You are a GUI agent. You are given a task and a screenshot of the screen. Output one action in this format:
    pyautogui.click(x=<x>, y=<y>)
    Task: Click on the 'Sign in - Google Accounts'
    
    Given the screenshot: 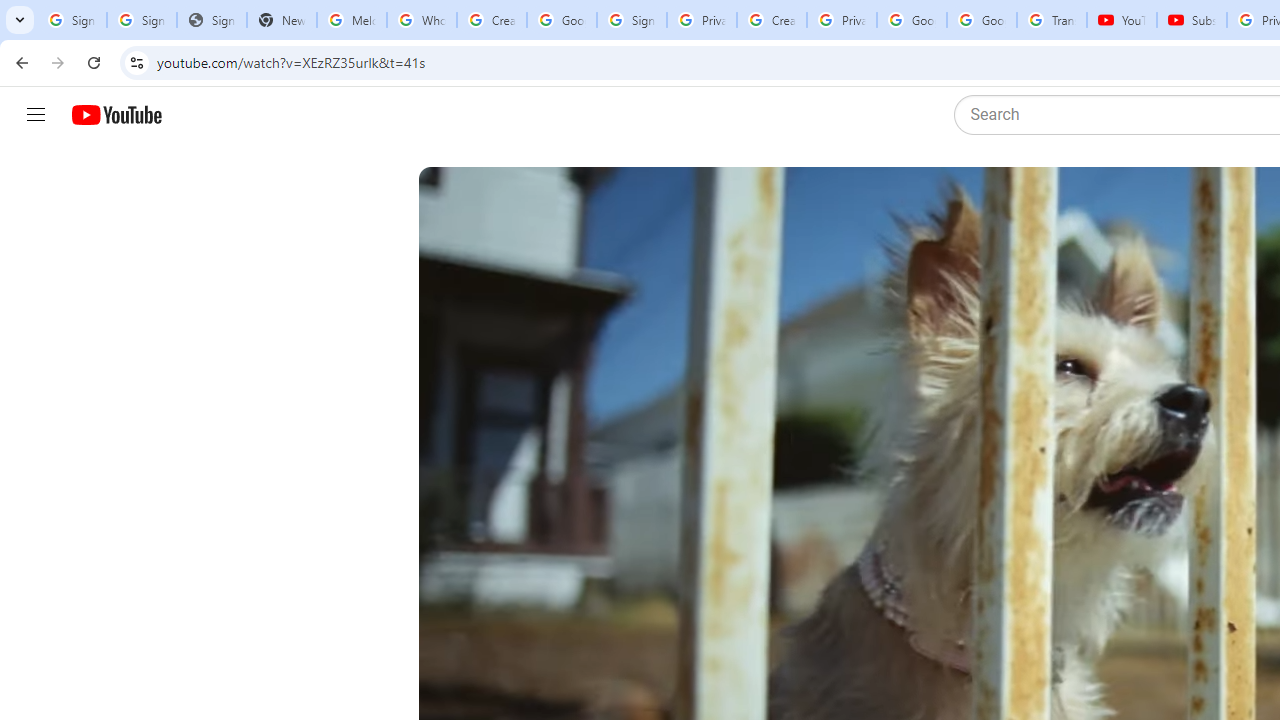 What is the action you would take?
    pyautogui.click(x=630, y=20)
    